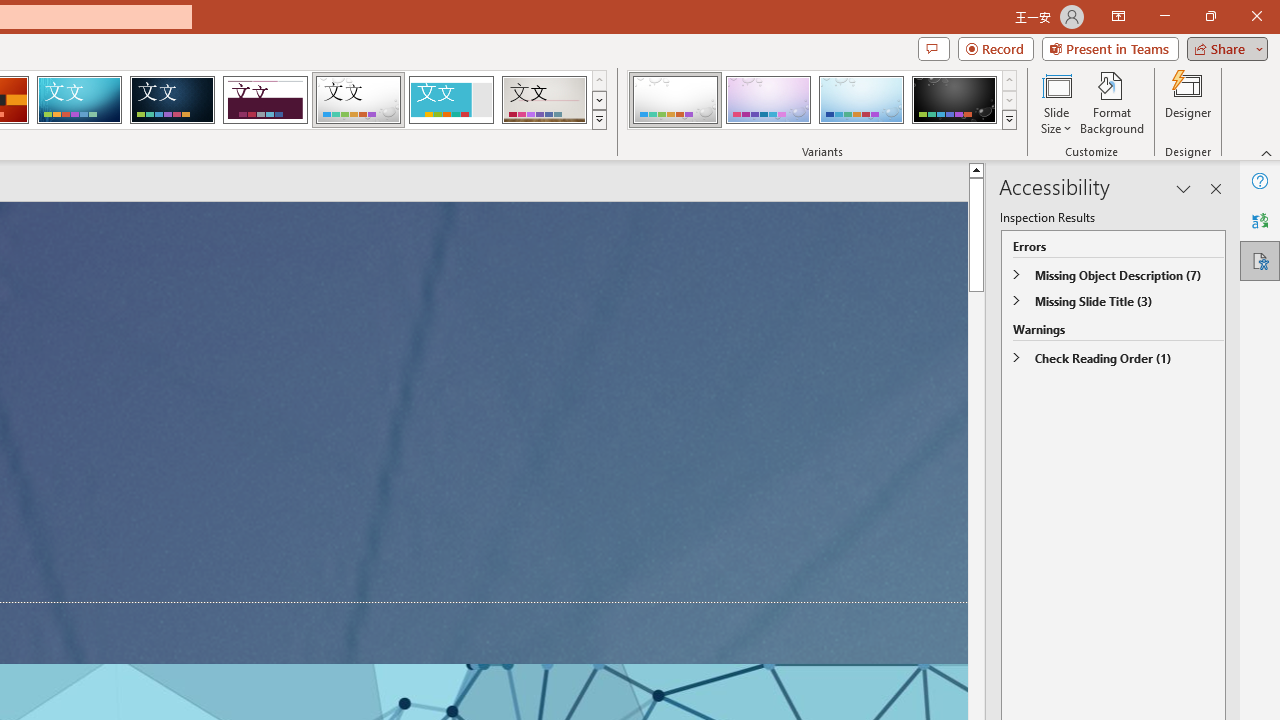  I want to click on 'Droplet', so click(358, 100).